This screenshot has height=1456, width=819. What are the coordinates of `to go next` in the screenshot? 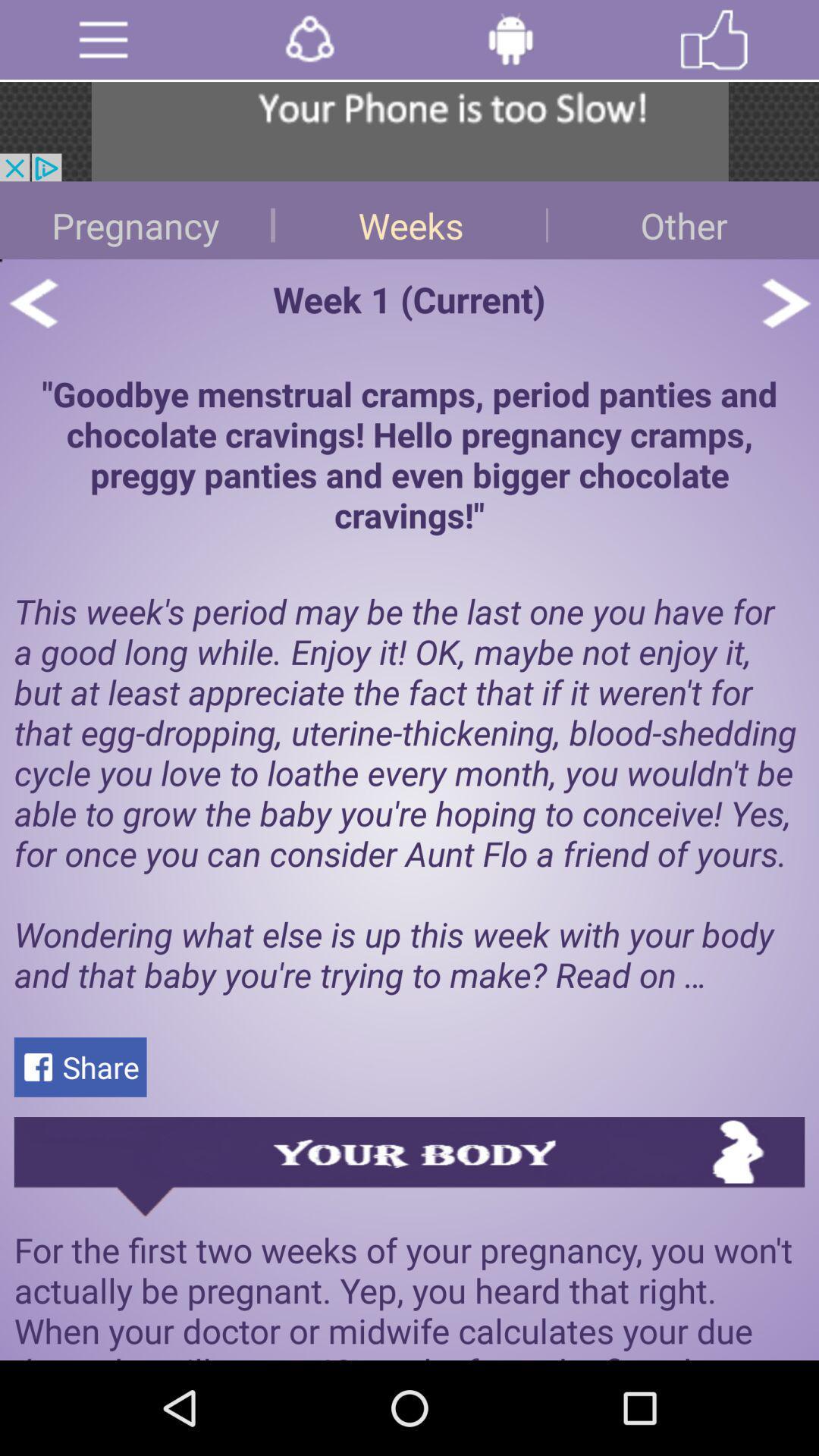 It's located at (785, 303).